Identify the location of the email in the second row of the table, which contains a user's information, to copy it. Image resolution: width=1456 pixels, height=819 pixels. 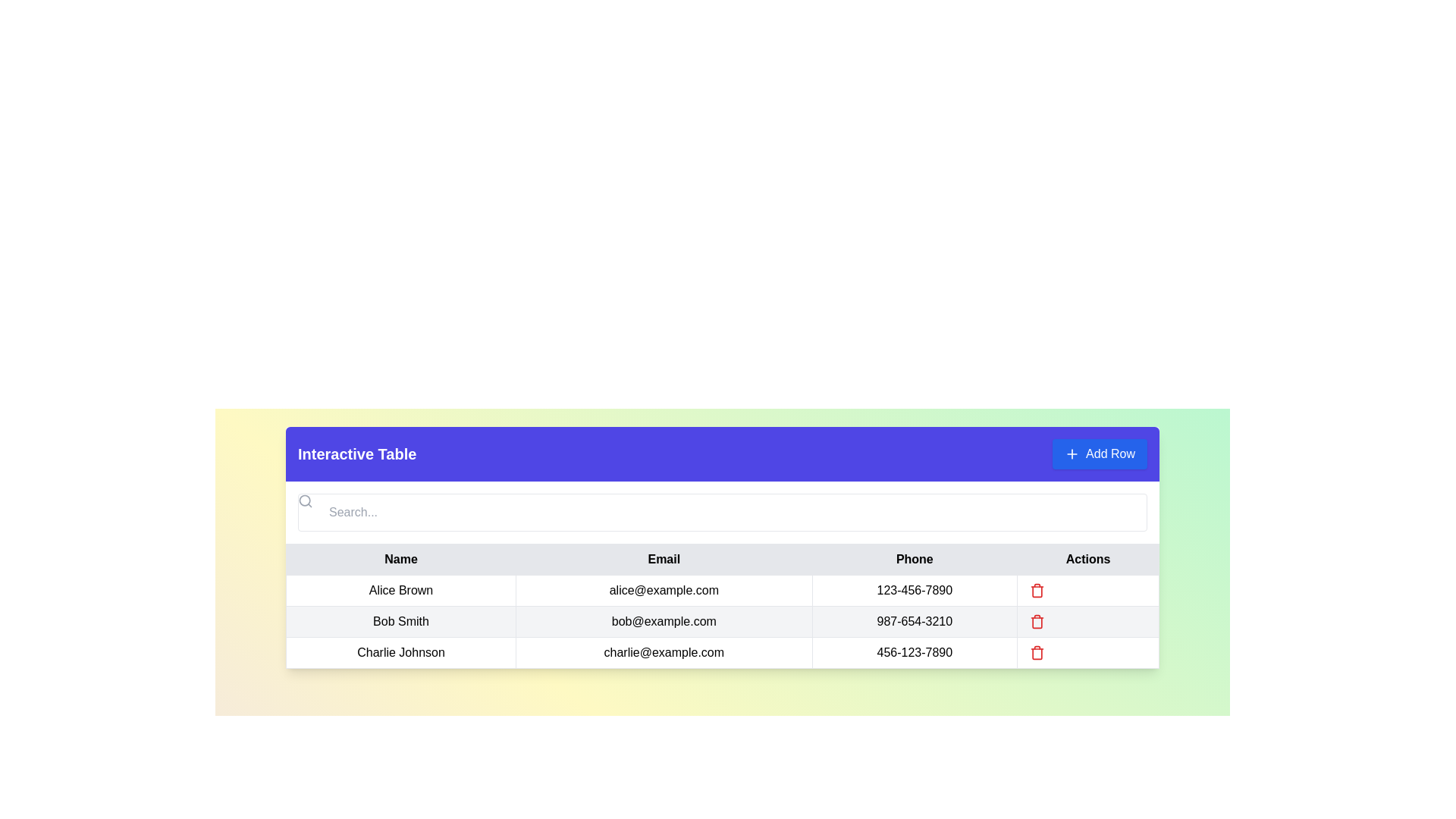
(722, 622).